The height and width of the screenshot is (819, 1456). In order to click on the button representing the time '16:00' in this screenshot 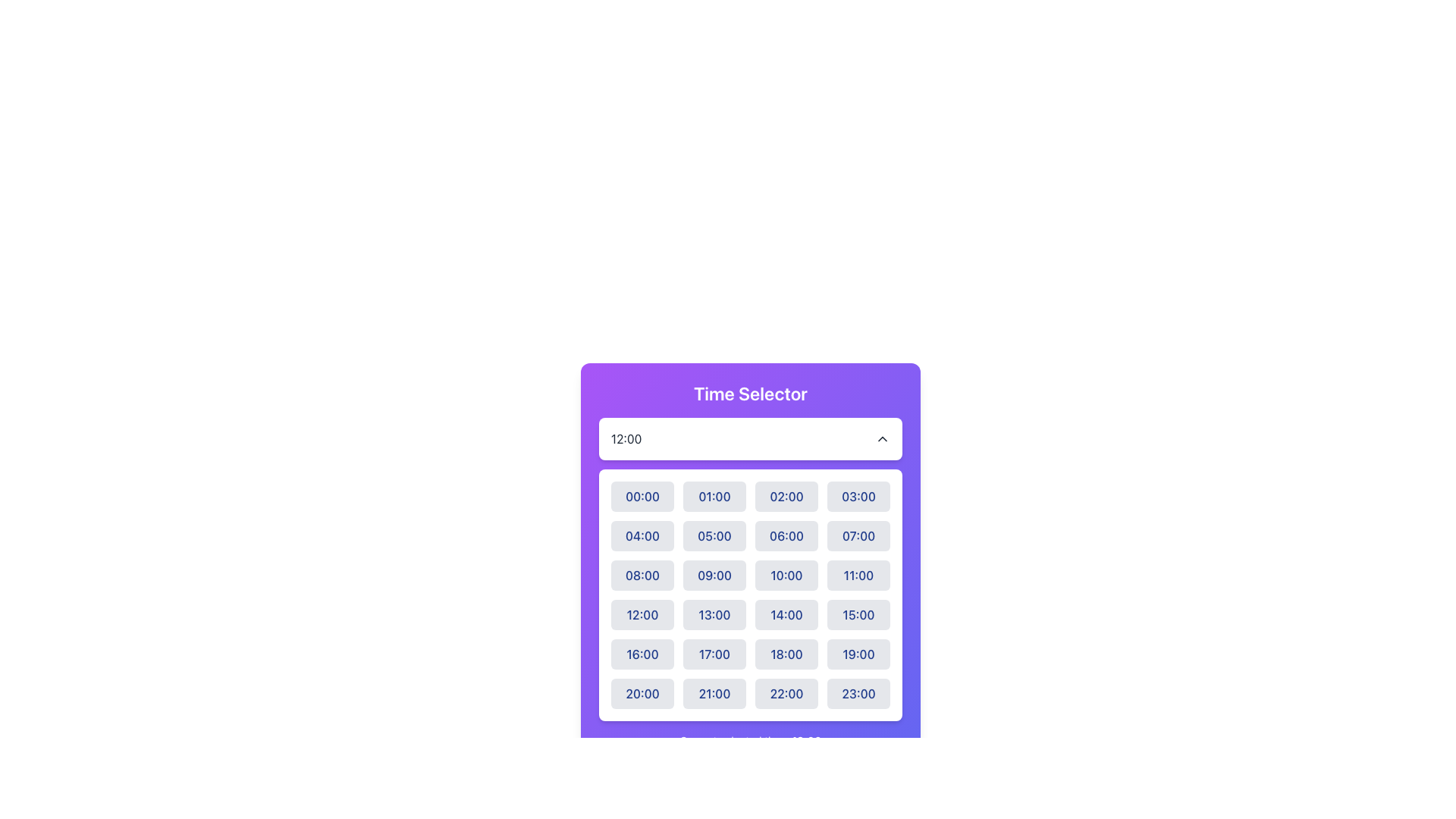, I will do `click(642, 654)`.